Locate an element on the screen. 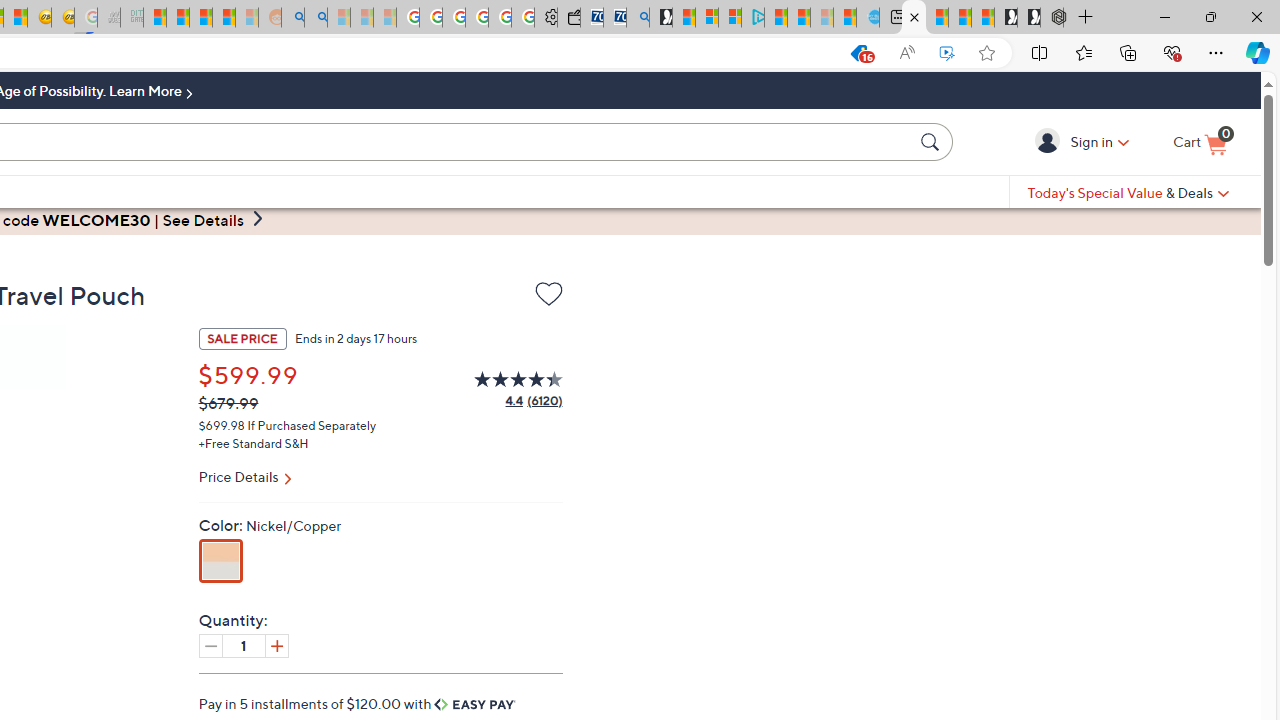 The image size is (1280, 720). 'Today' is located at coordinates (1128, 192).